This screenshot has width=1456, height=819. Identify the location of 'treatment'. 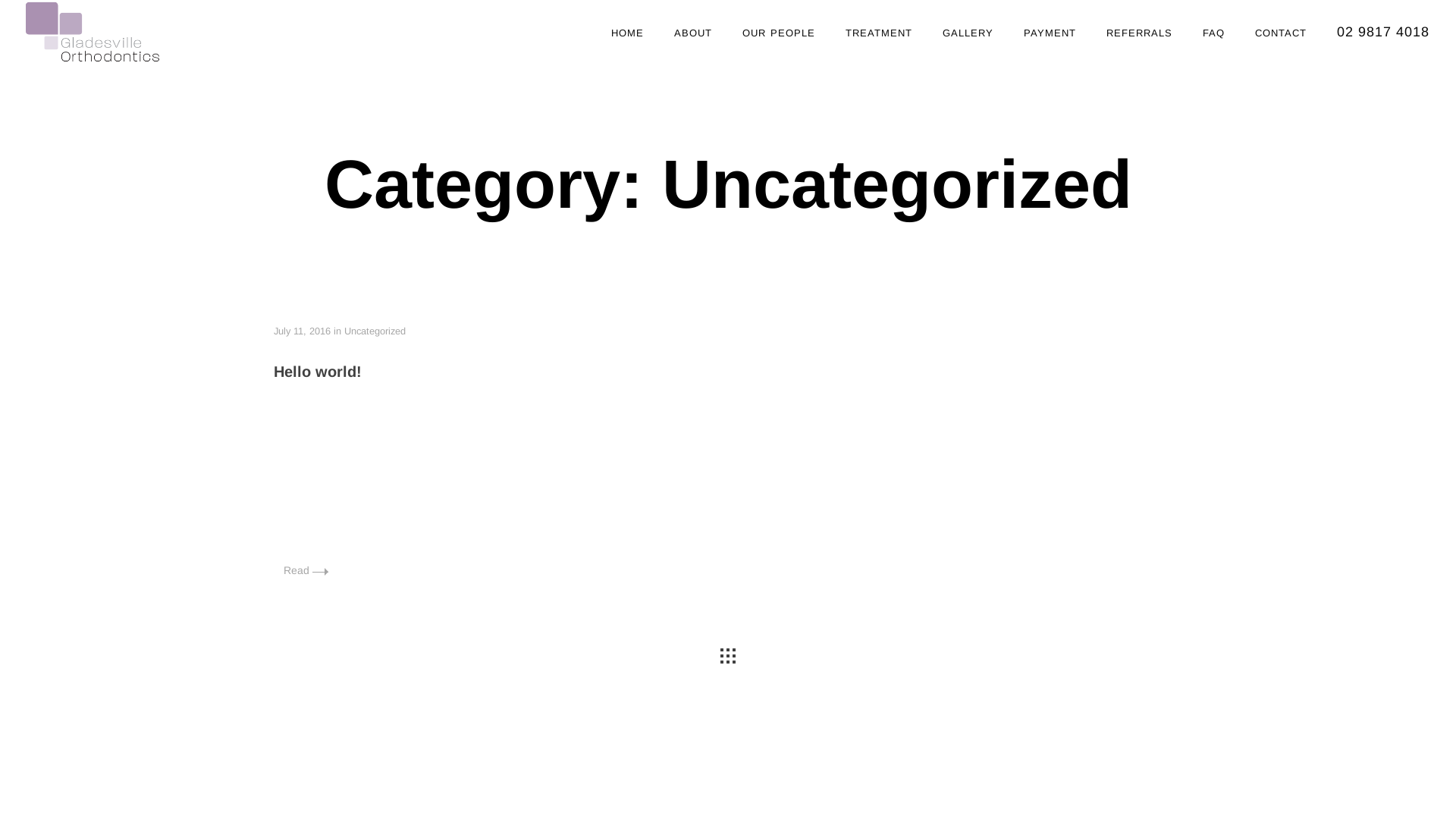
(878, 32).